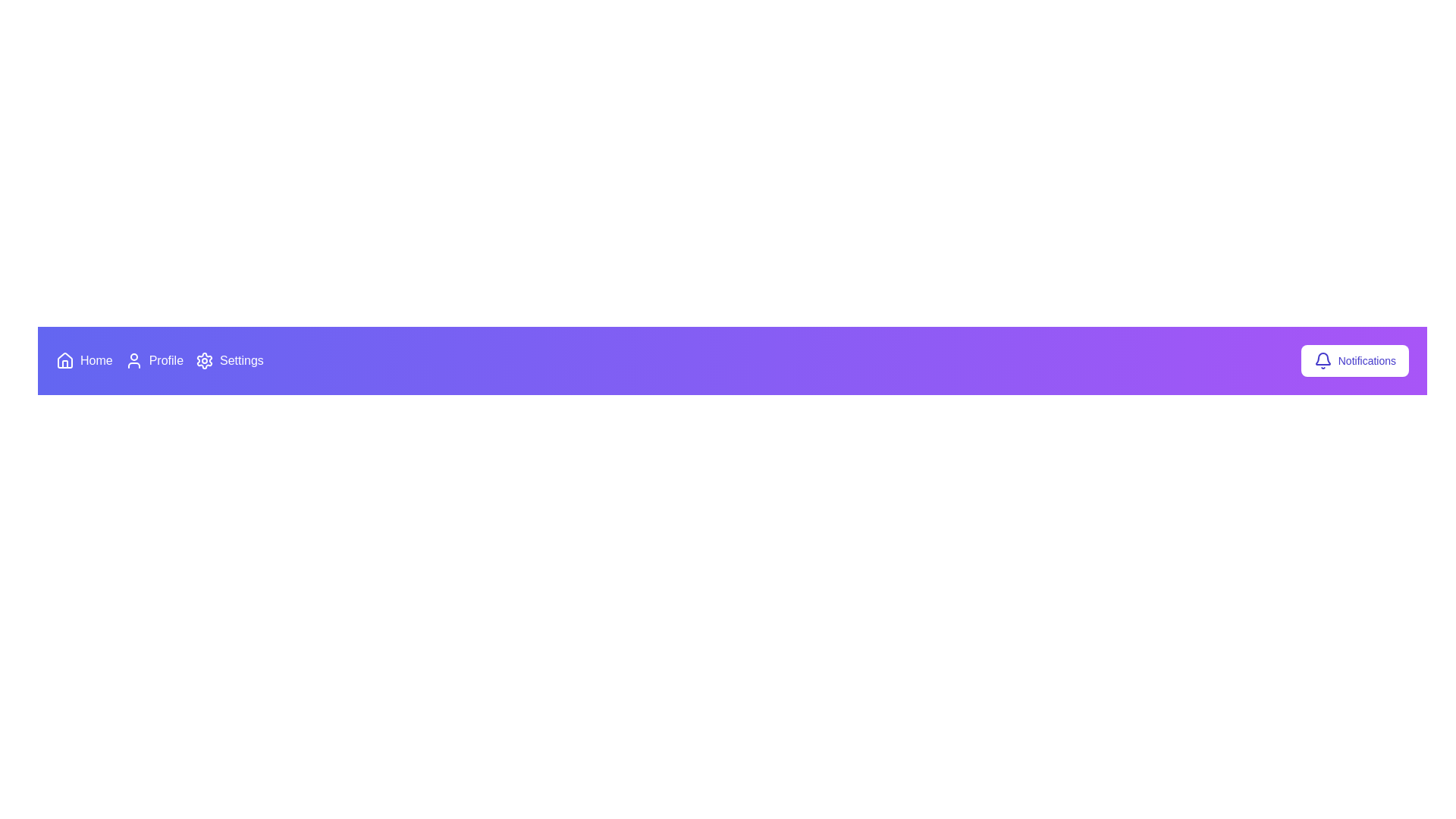  I want to click on the third interactive item in the horizontal navigation menu, which is a clickable link with an icon that navigates to the 'Settings' section of the application, so click(228, 360).